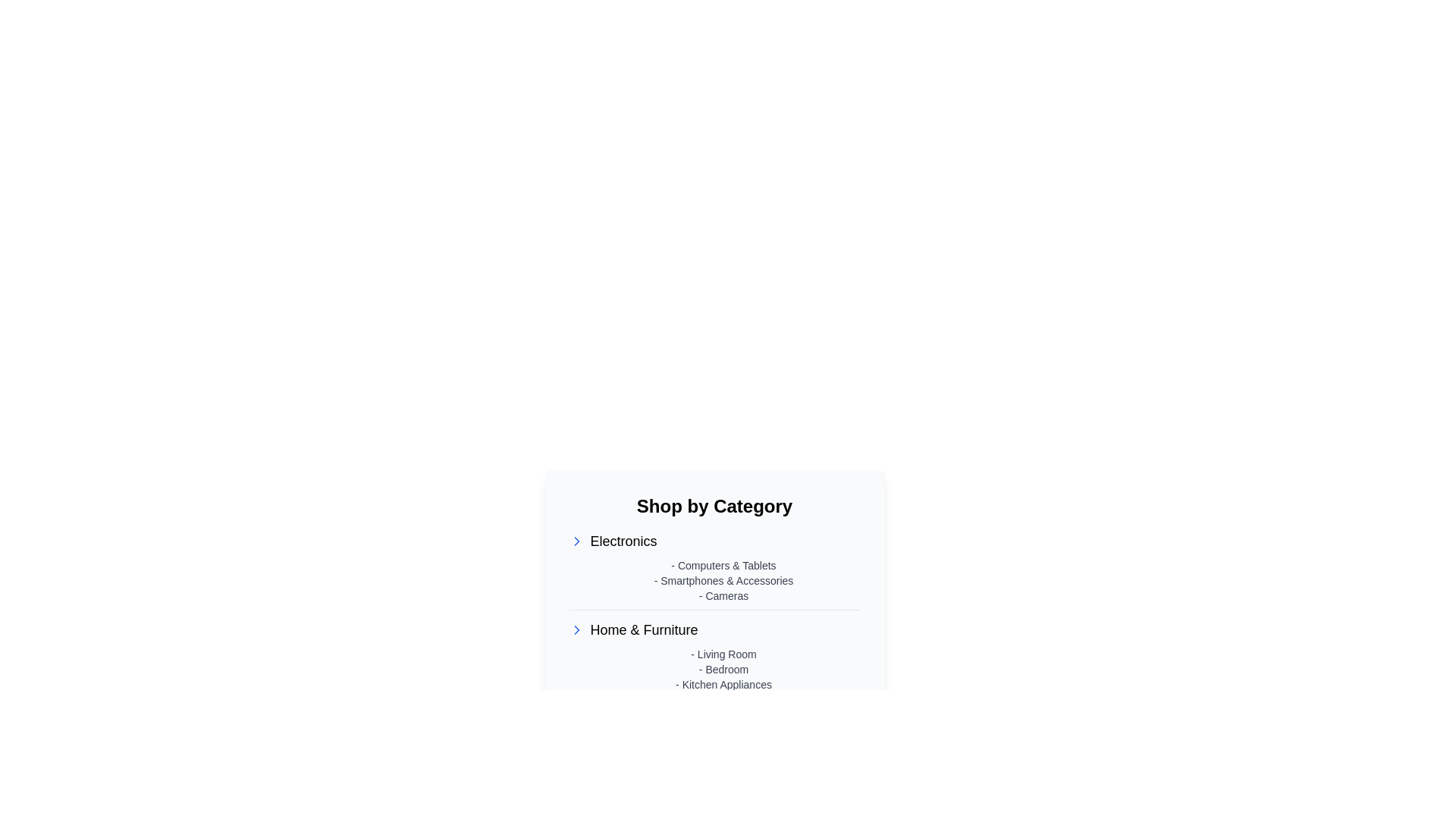 The image size is (1456, 819). What do you see at coordinates (576, 540) in the screenshot?
I see `the Chevron Right icon located to the left of the 'Electronics' text` at bounding box center [576, 540].